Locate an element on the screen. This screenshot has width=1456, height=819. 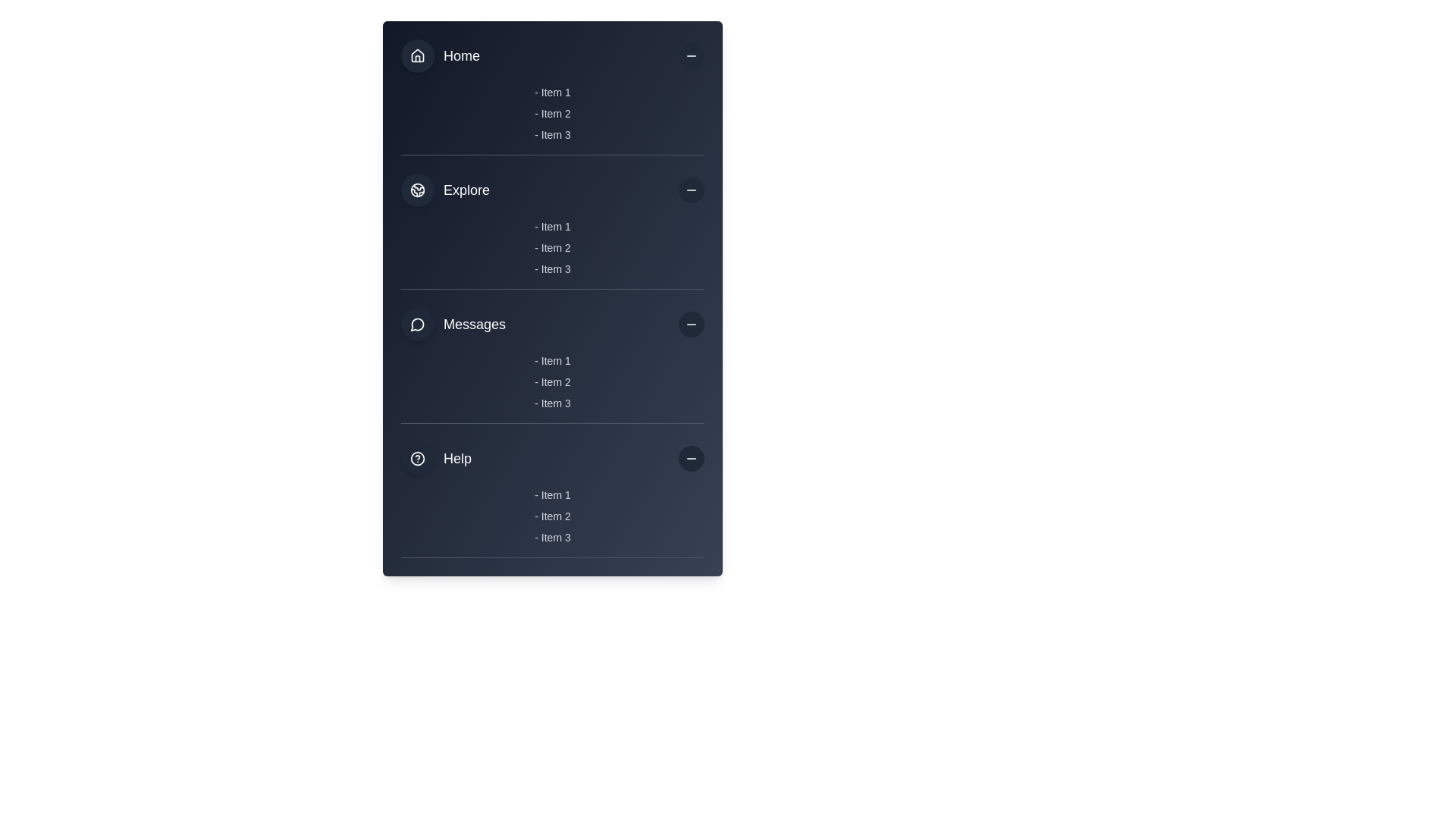
the 'Explore' static text label in the vertical navigation menu, which identifies the purpose of the section is located at coordinates (466, 189).